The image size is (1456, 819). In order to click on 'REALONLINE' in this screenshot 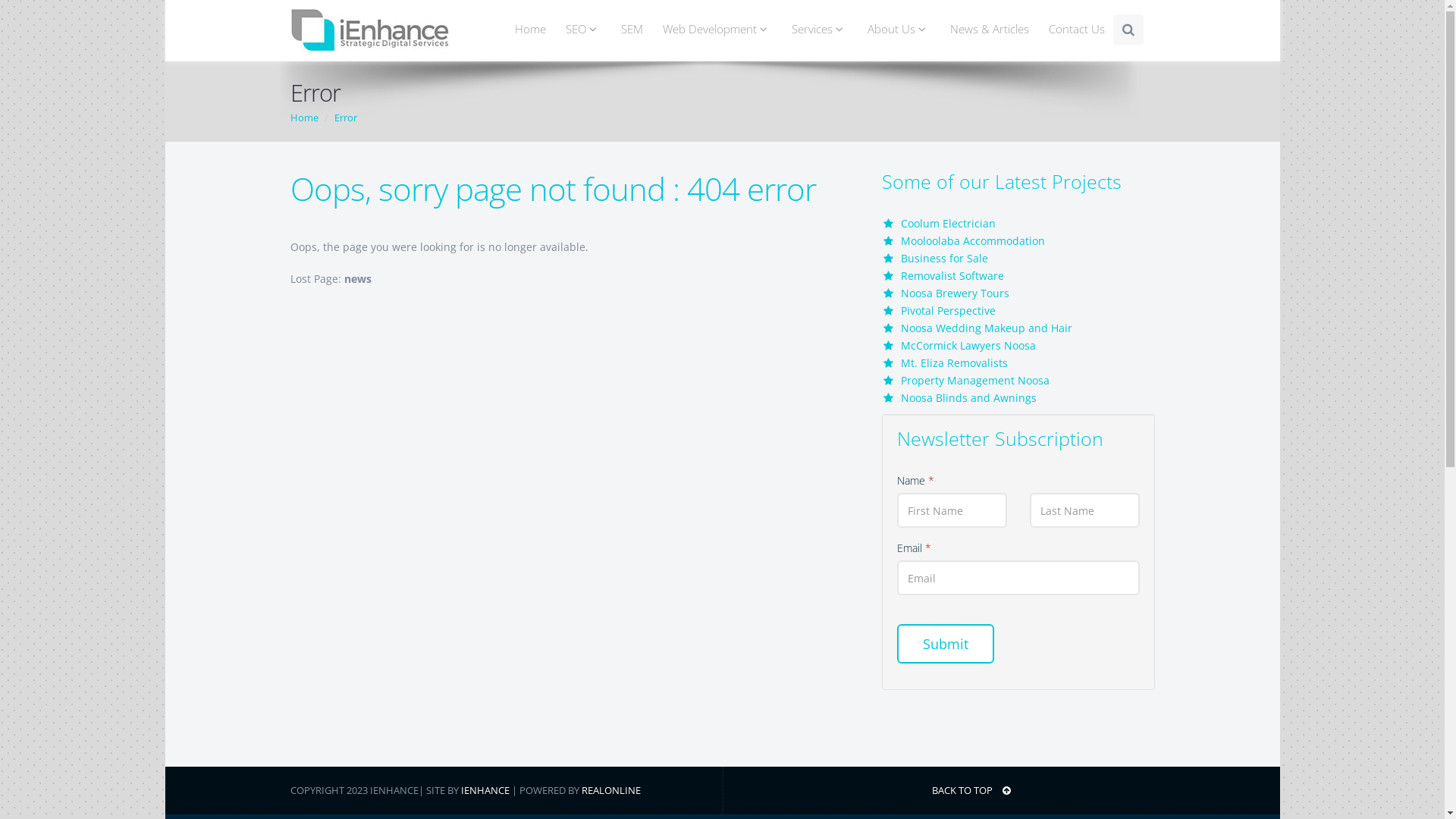, I will do `click(610, 789)`.